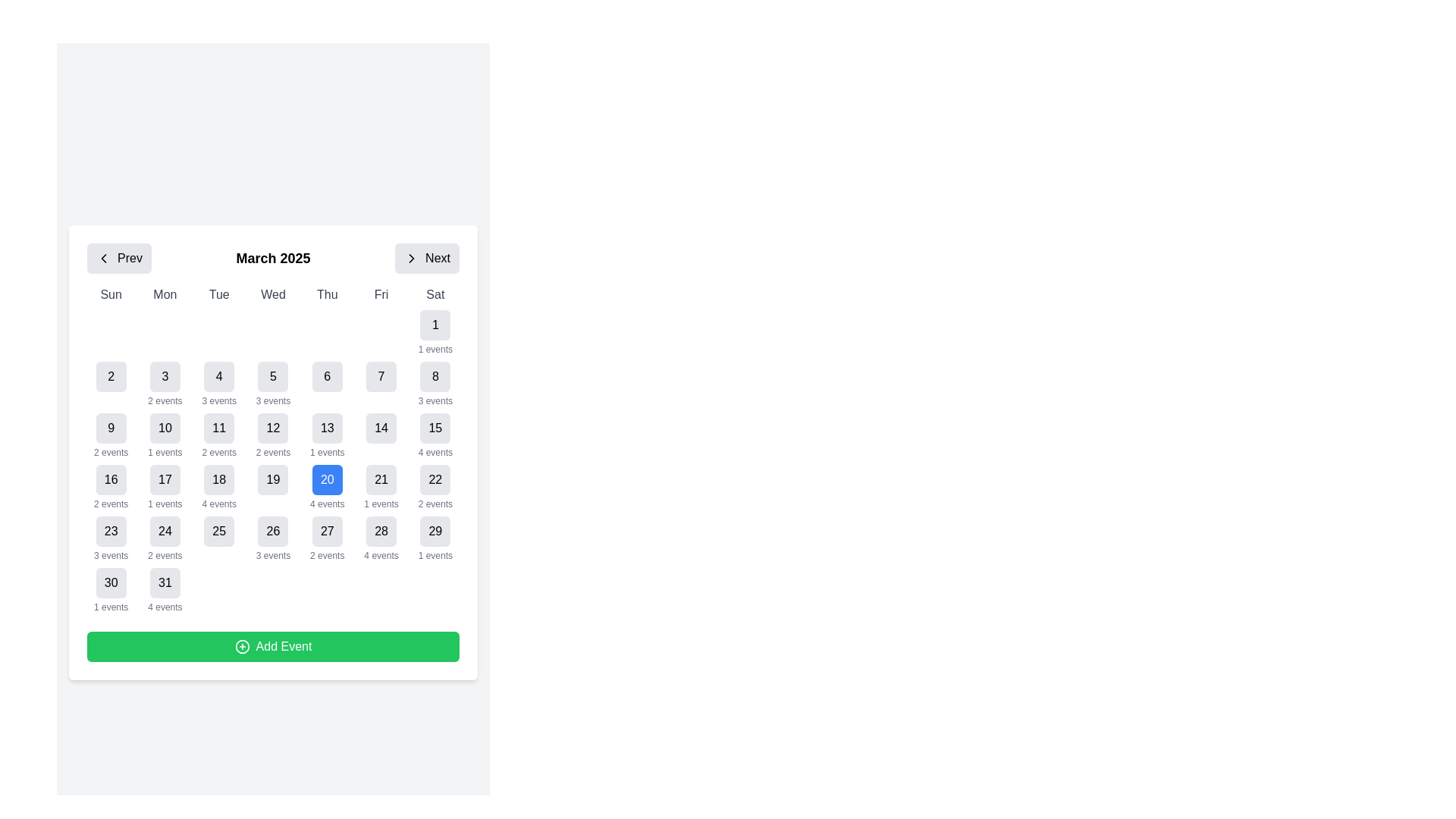  I want to click on the text label displaying '1 events', which is located below the day box labeled '30' in a small gray font, so click(110, 607).